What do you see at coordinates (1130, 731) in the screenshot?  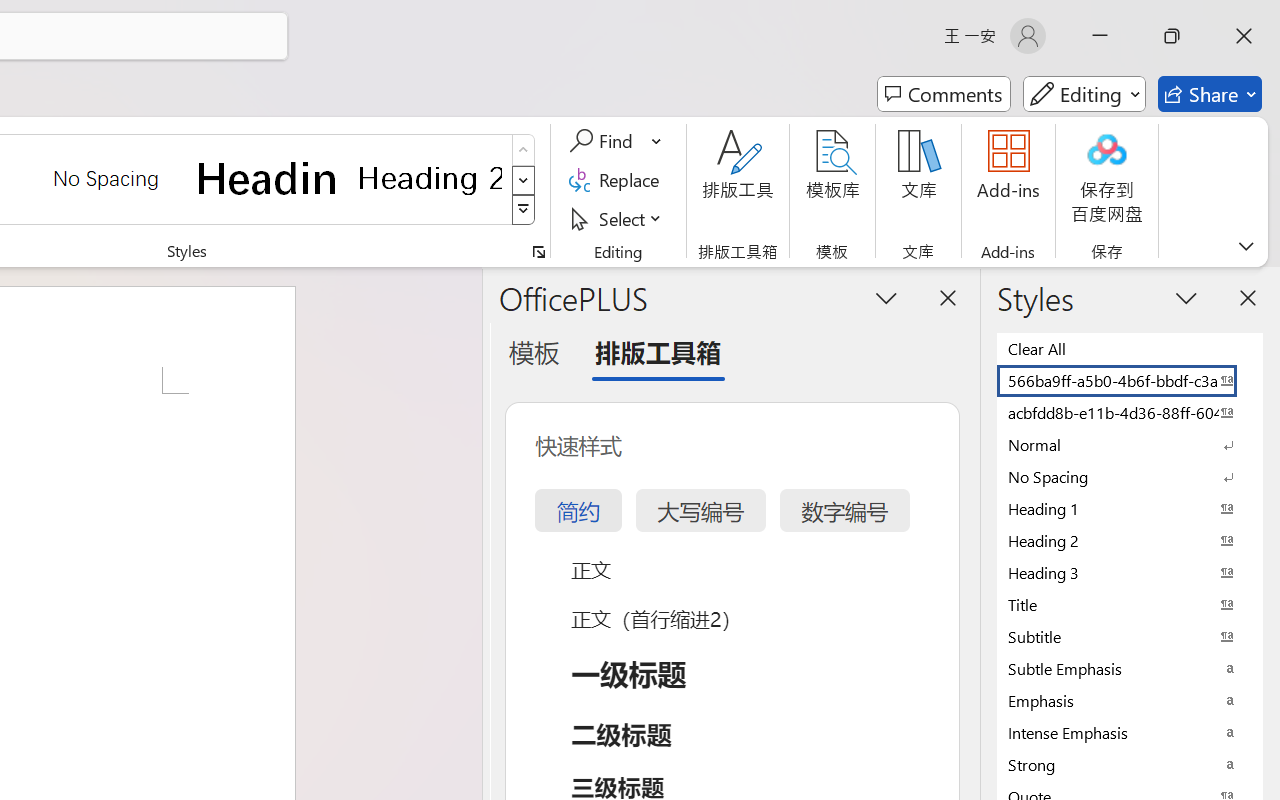 I see `'Intense Emphasis'` at bounding box center [1130, 731].